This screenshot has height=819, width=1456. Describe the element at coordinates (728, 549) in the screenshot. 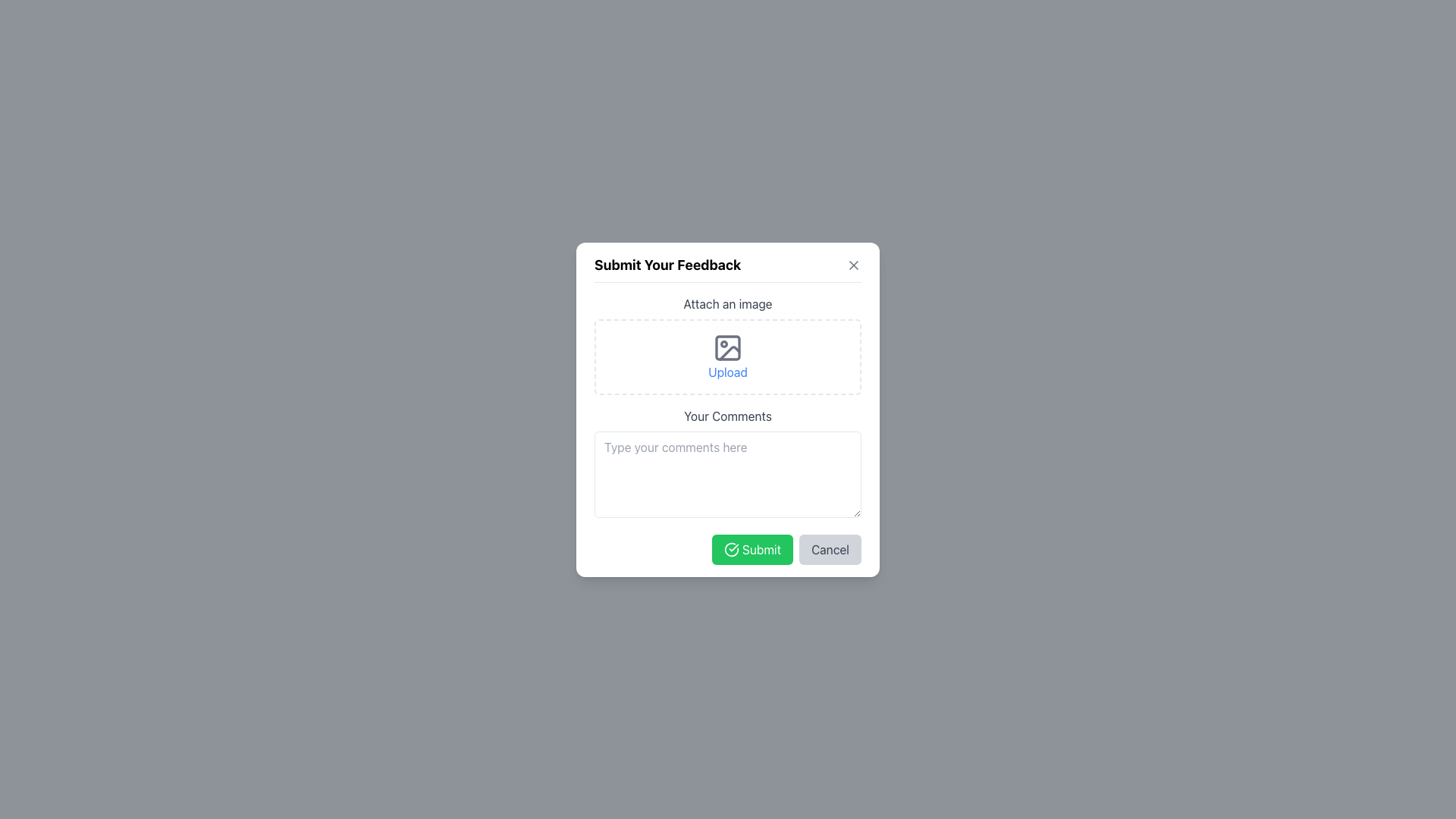

I see `the 'Submit' button in the Button Group for keyboard navigation` at that location.